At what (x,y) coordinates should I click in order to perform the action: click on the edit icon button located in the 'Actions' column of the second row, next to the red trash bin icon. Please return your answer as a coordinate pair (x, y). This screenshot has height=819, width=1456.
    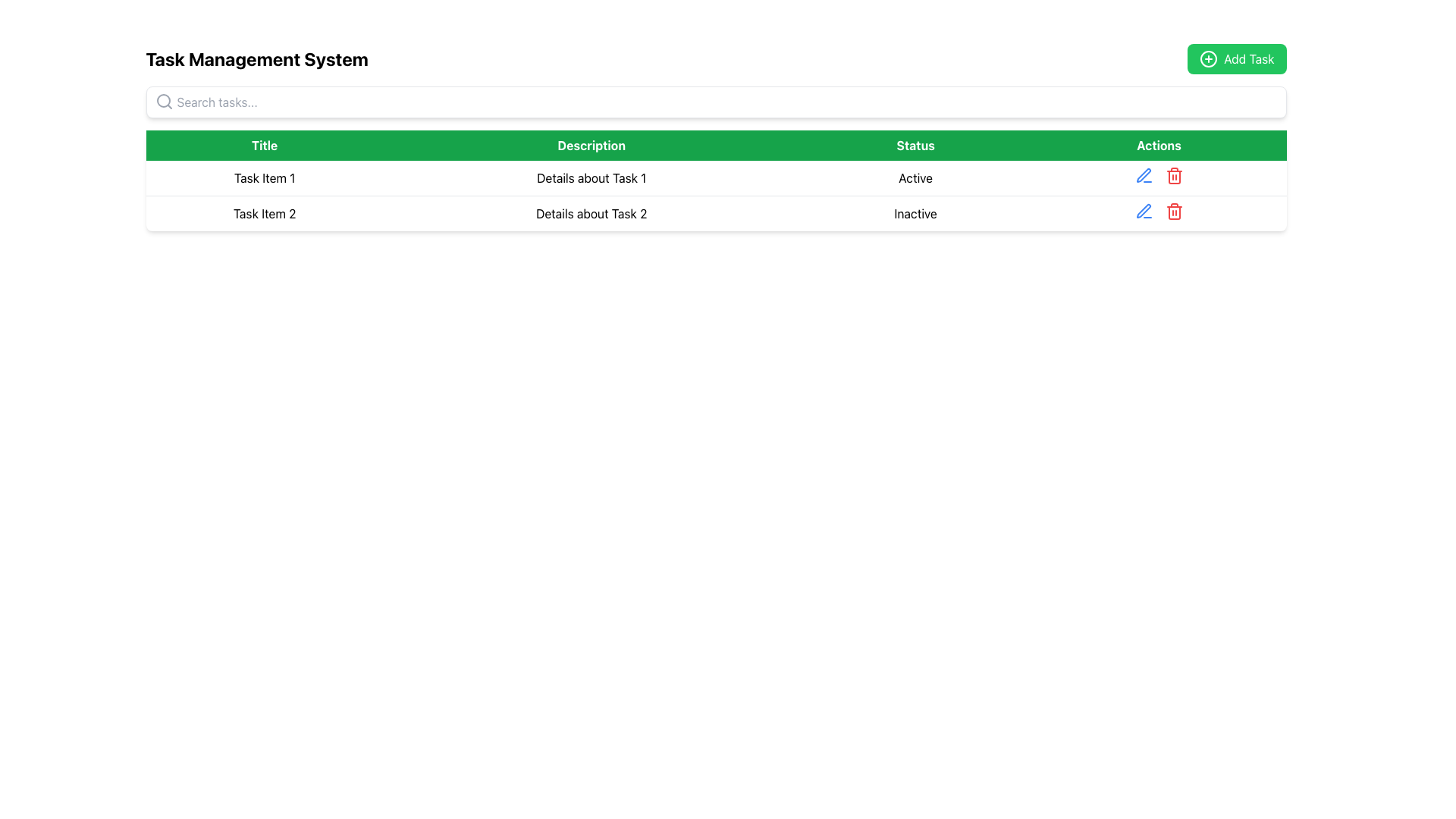
    Looking at the image, I should click on (1144, 174).